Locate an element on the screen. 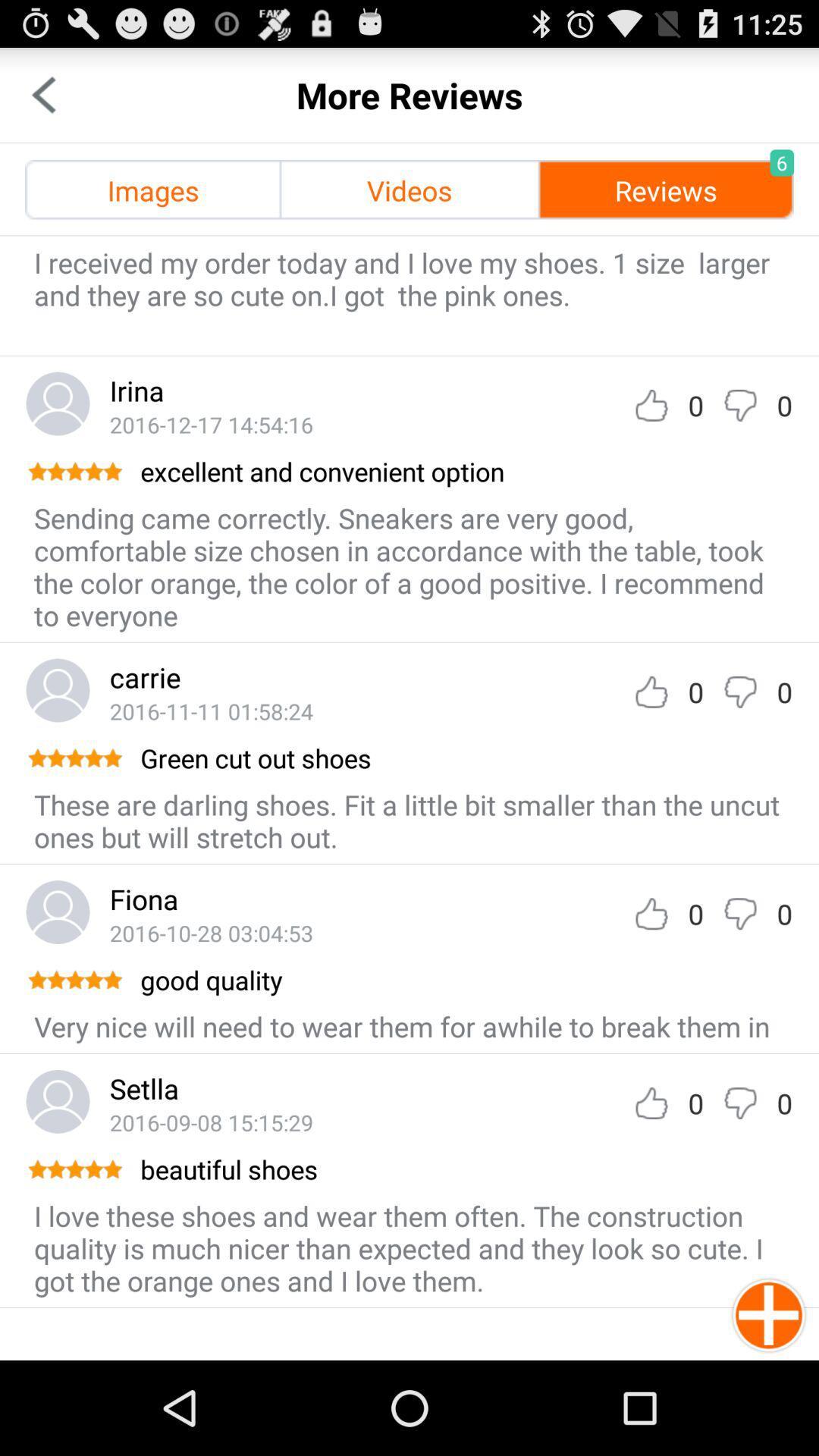 Image resolution: width=819 pixels, height=1456 pixels. good quality icon is located at coordinates (464, 980).